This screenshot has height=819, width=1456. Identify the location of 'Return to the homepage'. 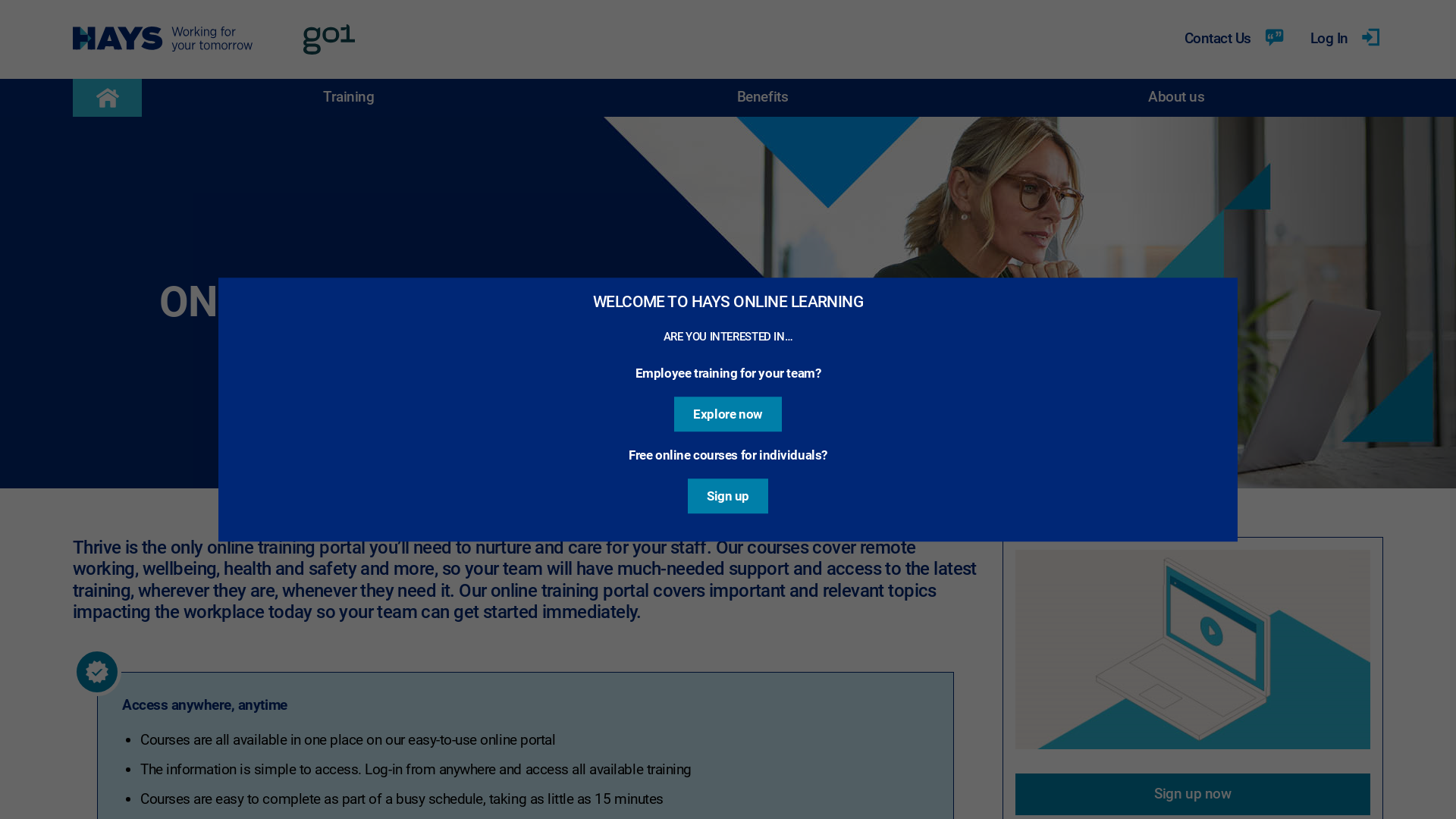
(106, 97).